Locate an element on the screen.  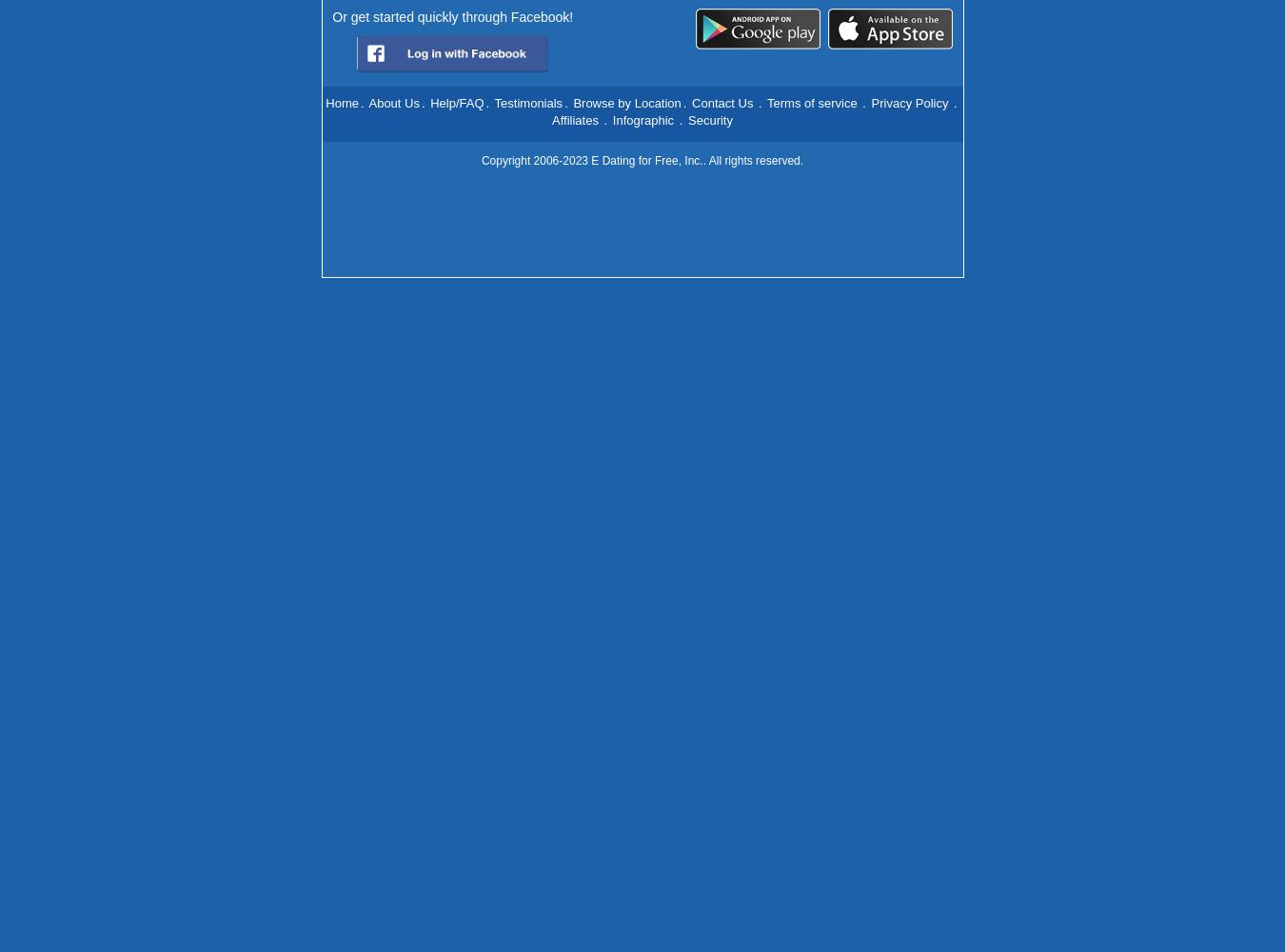
'Contact Us' is located at coordinates (721, 101).